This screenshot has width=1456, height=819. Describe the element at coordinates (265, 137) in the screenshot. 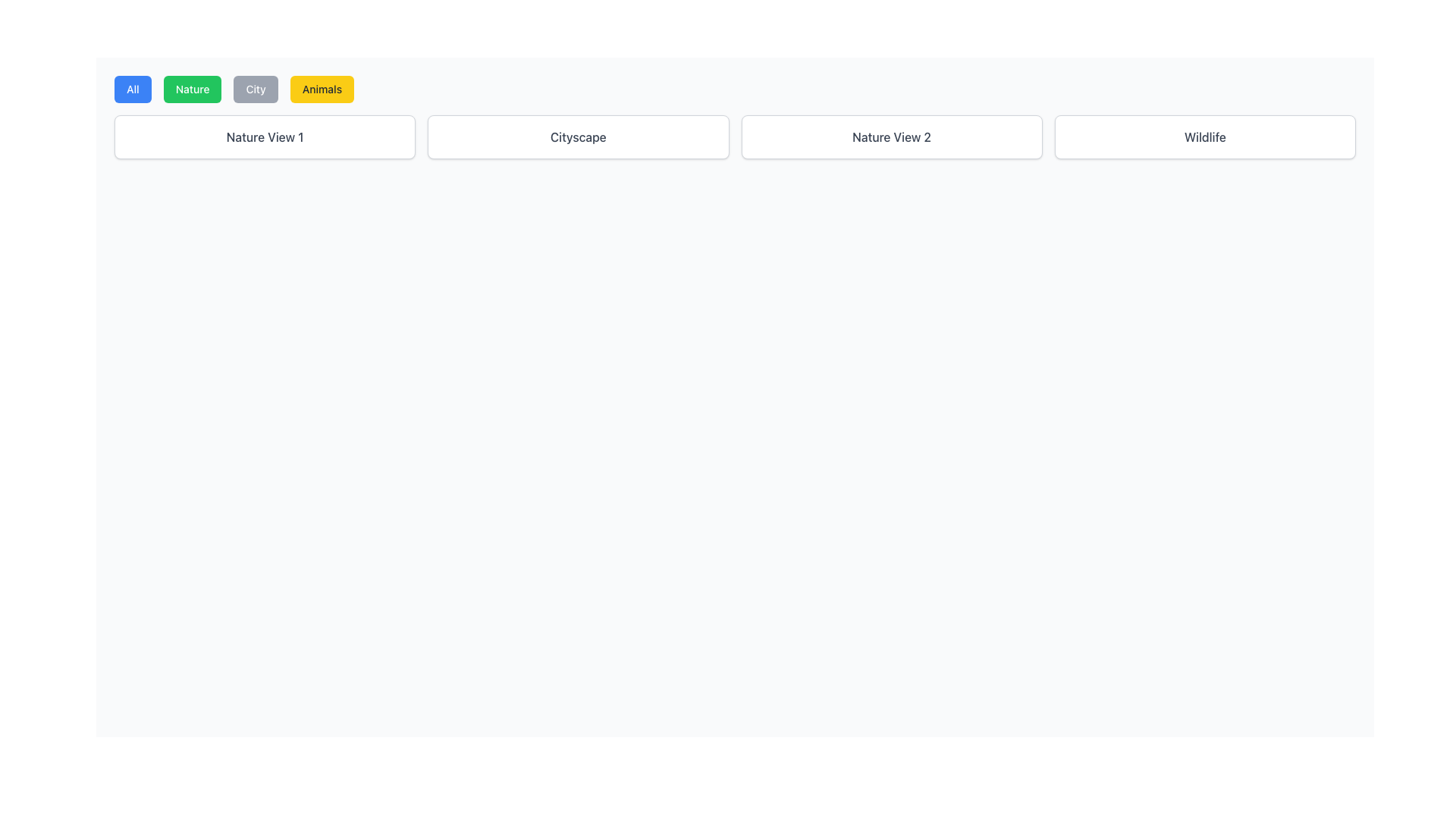

I see `the 'Nature View 1' label card located at the top-left of the grid layout, which is the first item displaying a labeled option` at that location.